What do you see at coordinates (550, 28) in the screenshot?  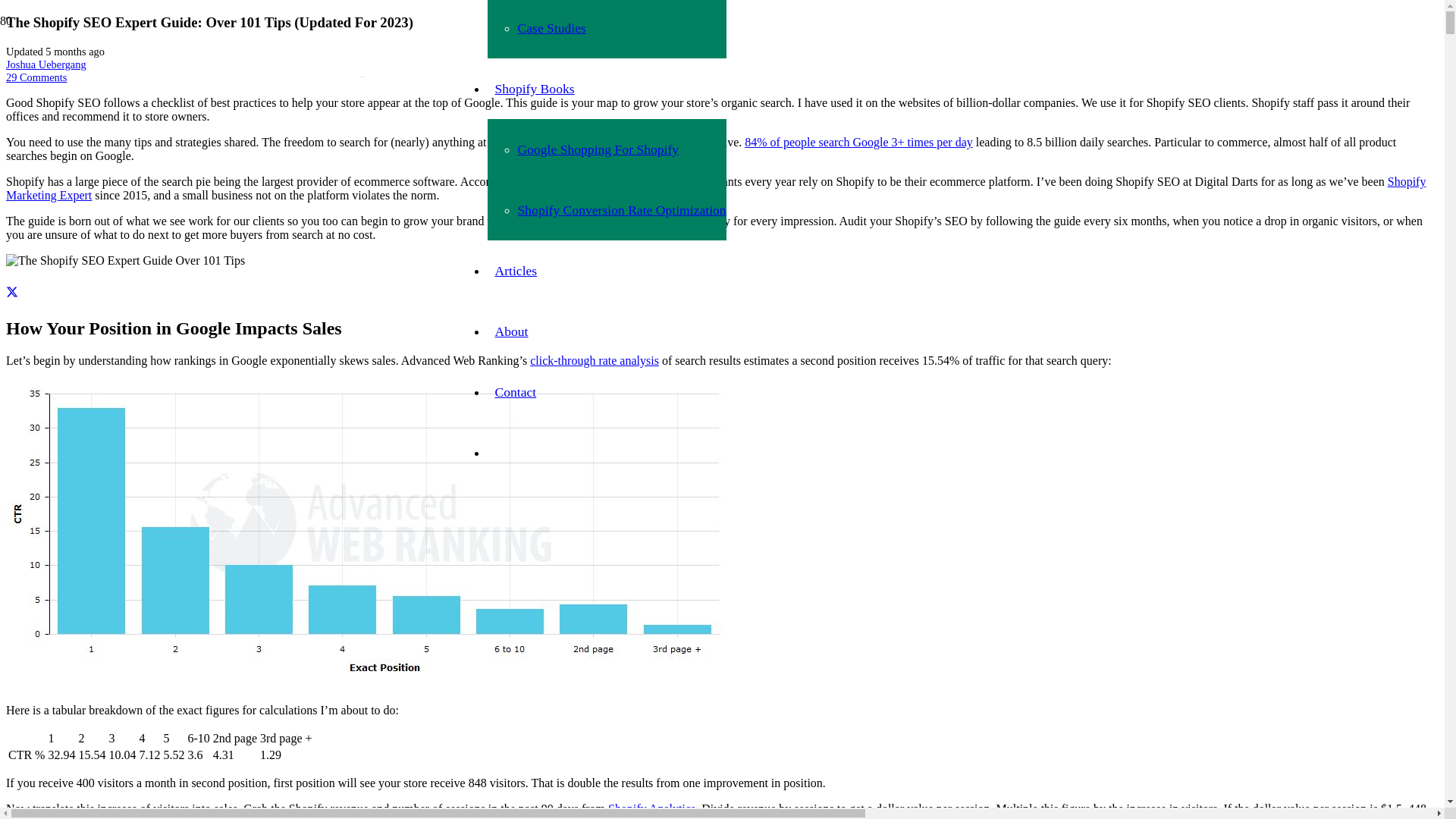 I see `'Case Studies'` at bounding box center [550, 28].